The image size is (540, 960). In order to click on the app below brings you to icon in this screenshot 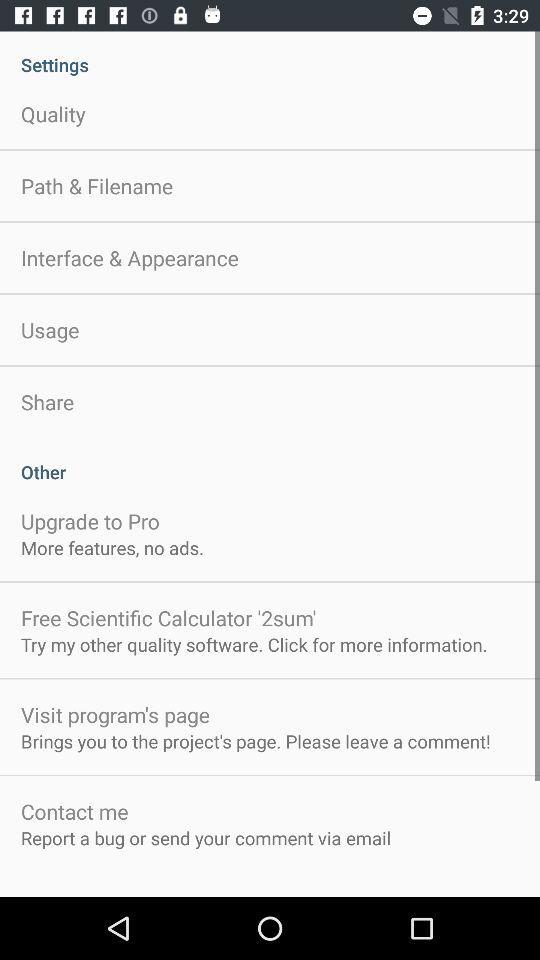, I will do `click(73, 811)`.